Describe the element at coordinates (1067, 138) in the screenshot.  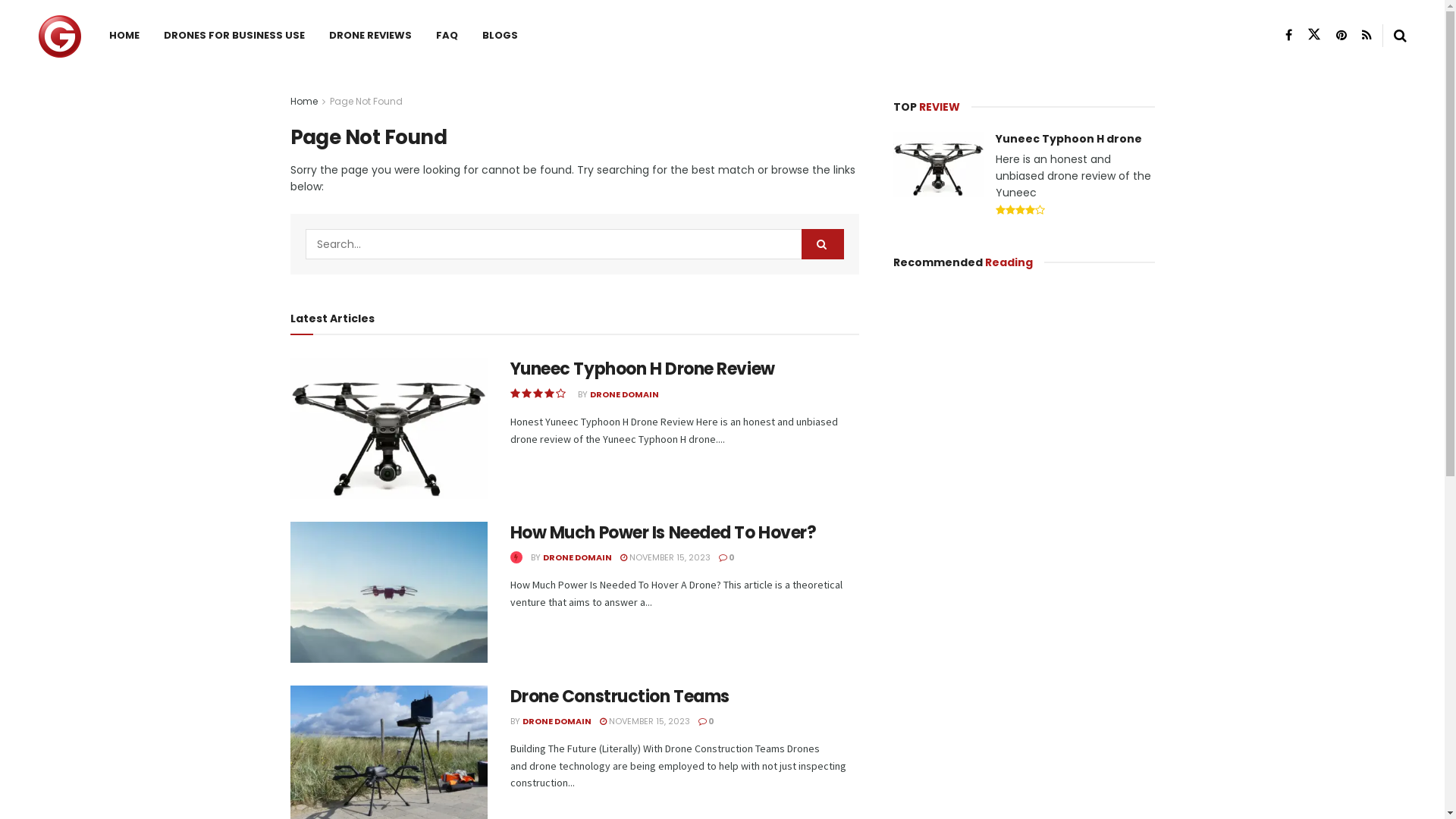
I see `'Yuneec Typhoon H drone'` at that location.